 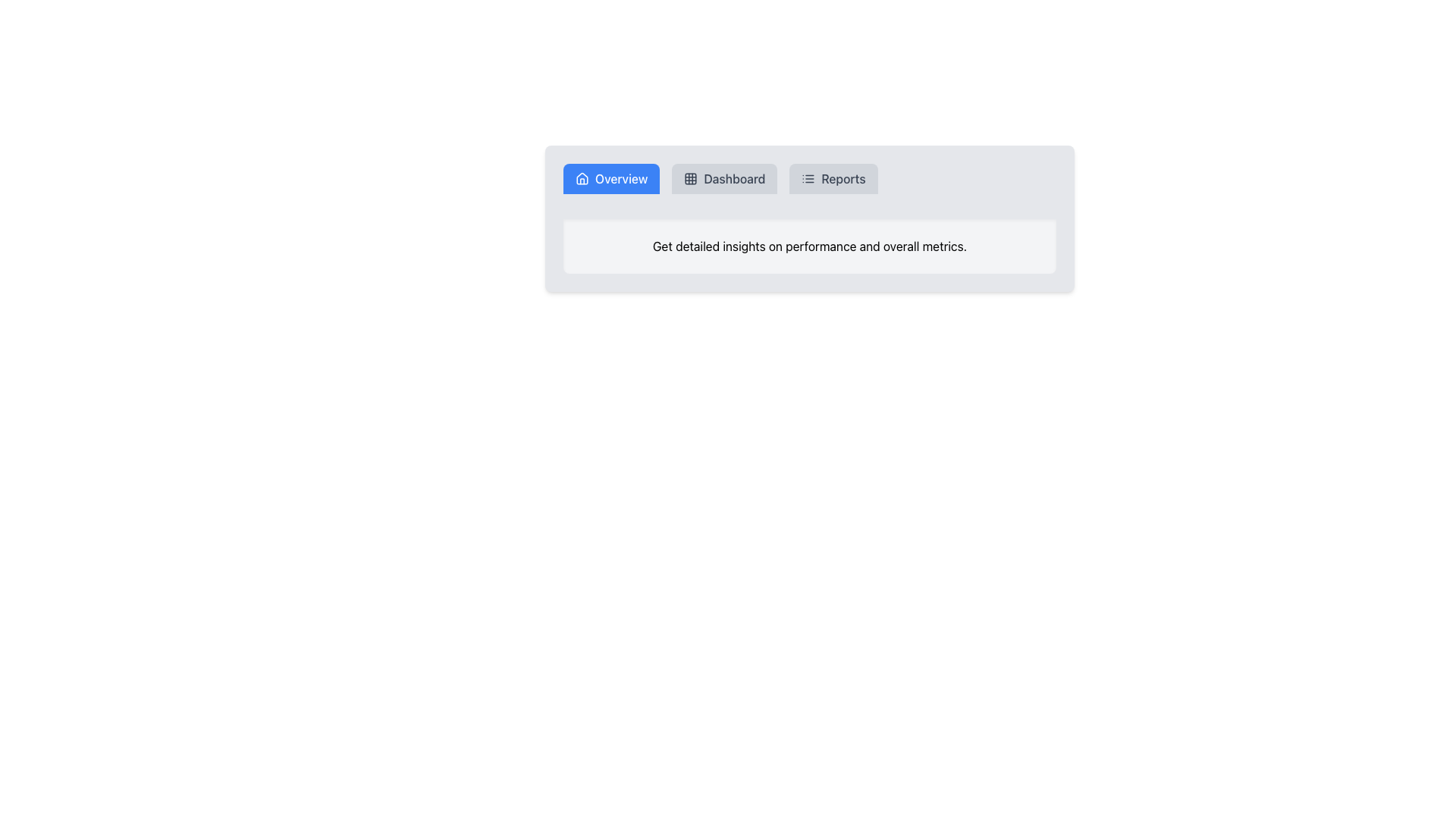 What do you see at coordinates (843, 177) in the screenshot?
I see `the 'Reports' text label in the navigation bar, which is styled with a medium font weight and positioned to the right of 'Dashboard'` at bounding box center [843, 177].